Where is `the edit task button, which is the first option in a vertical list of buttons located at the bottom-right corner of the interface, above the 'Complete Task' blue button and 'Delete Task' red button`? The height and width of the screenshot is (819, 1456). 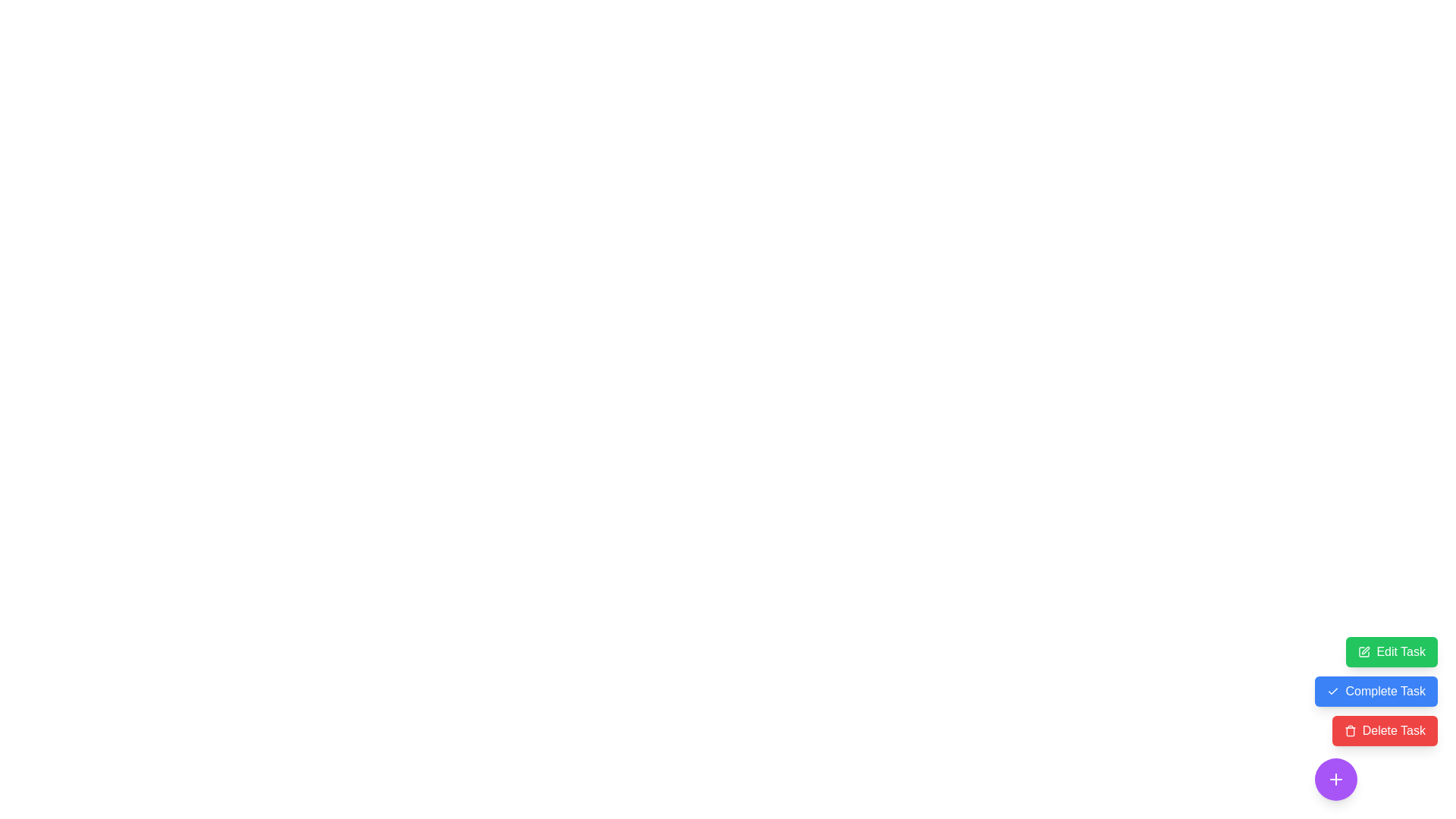
the edit task button, which is the first option in a vertical list of buttons located at the bottom-right corner of the interface, above the 'Complete Task' blue button and 'Delete Task' red button is located at coordinates (1392, 651).